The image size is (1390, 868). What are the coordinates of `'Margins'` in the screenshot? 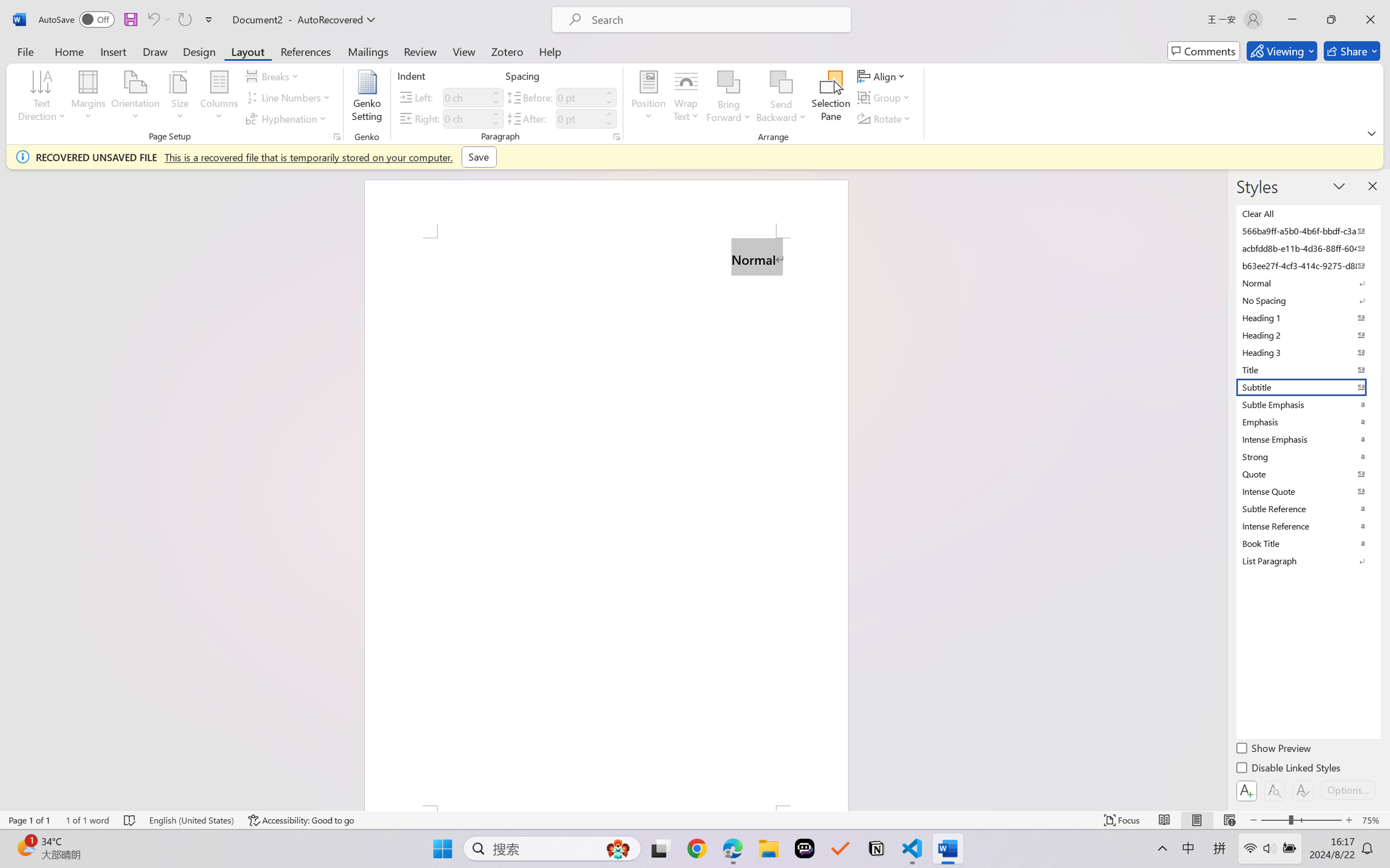 It's located at (88, 98).